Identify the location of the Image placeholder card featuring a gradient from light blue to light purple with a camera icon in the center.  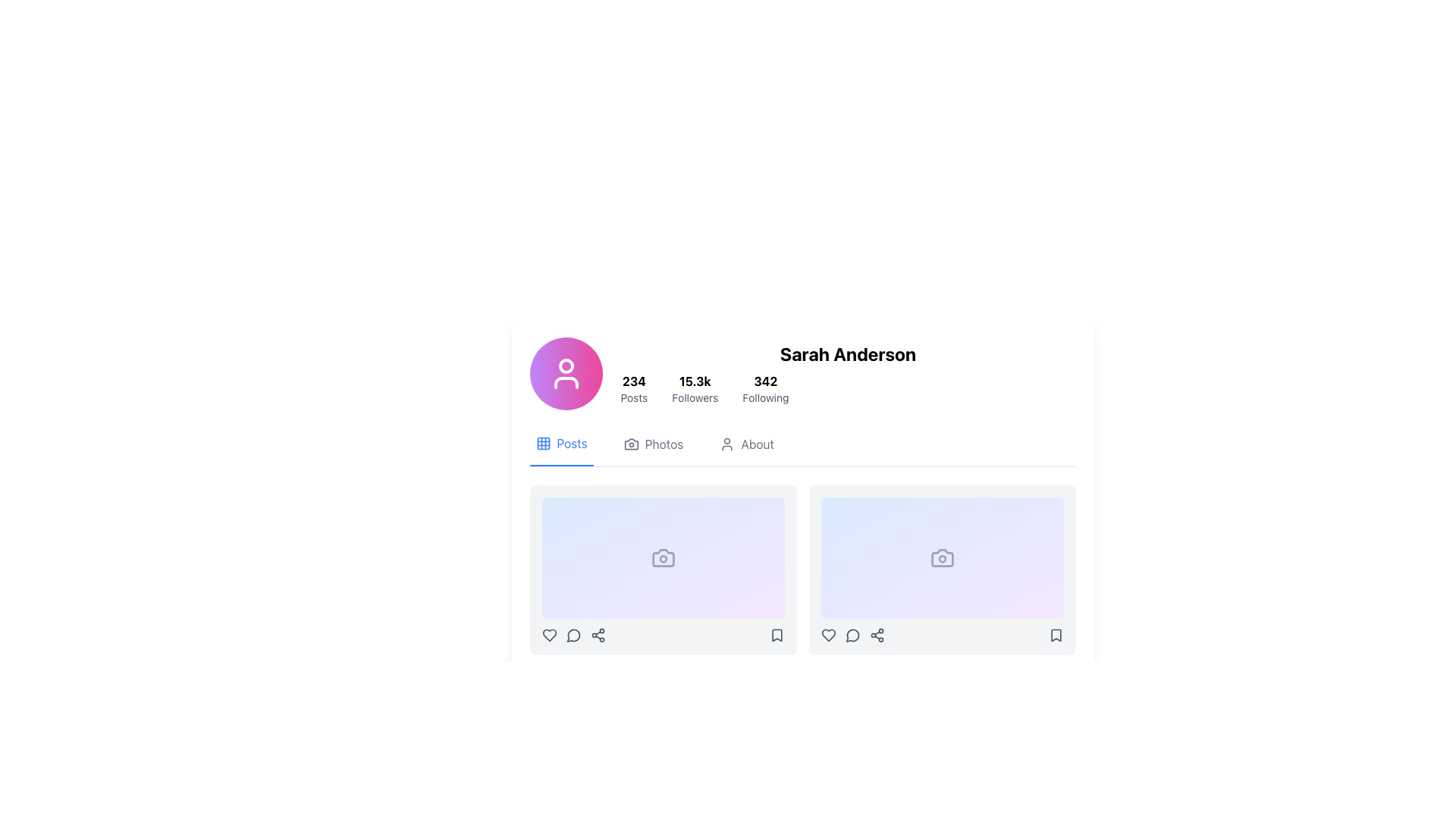
(941, 558).